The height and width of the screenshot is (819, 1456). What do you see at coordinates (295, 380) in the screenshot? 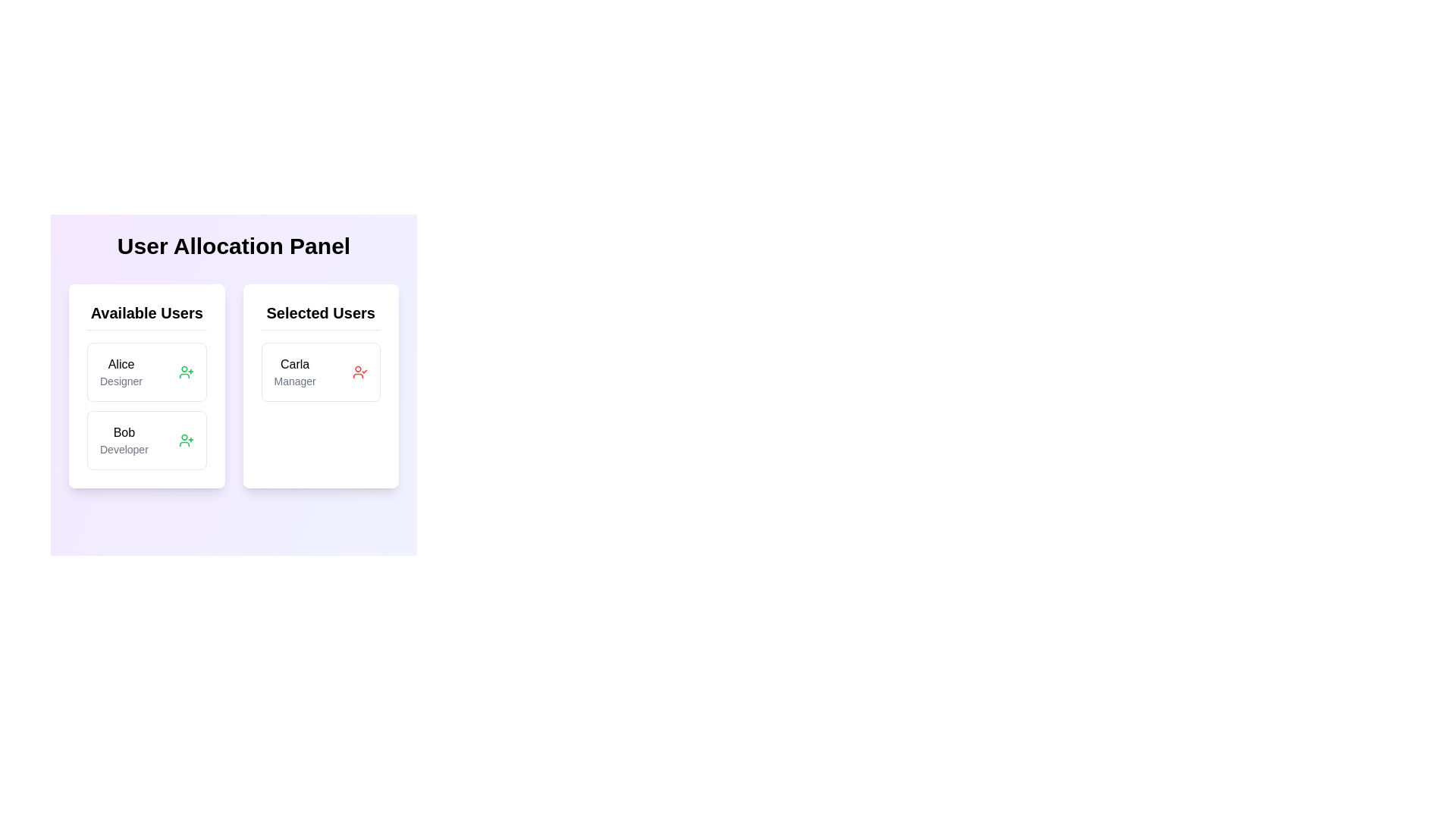
I see `the 'Manager' text label, which is displayed in a small, gray font and located under the name 'Carla' within the 'Selected Users' section` at bounding box center [295, 380].